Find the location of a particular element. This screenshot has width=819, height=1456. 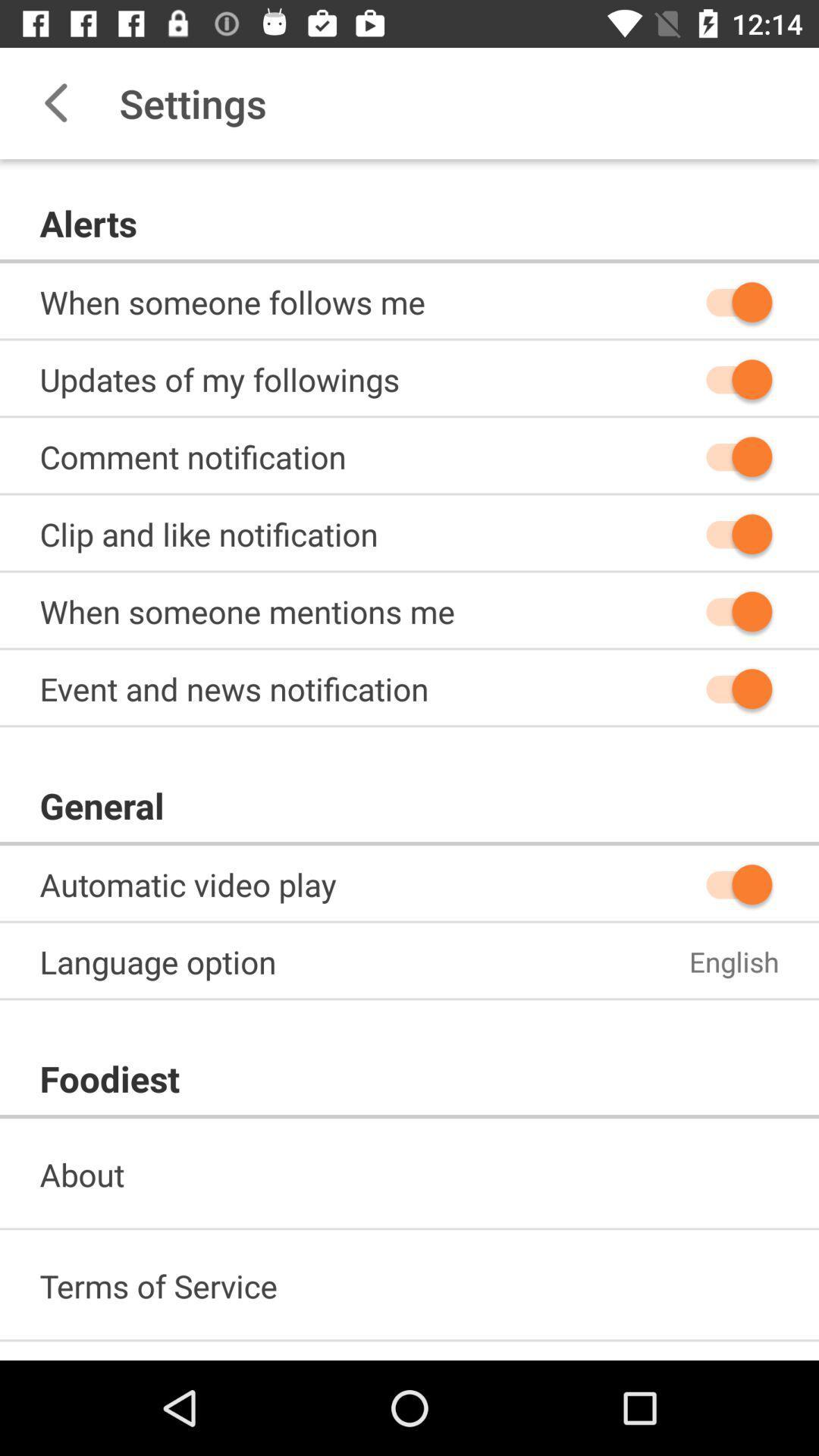

icon on the right side of when someone follows me is located at coordinates (731, 302).